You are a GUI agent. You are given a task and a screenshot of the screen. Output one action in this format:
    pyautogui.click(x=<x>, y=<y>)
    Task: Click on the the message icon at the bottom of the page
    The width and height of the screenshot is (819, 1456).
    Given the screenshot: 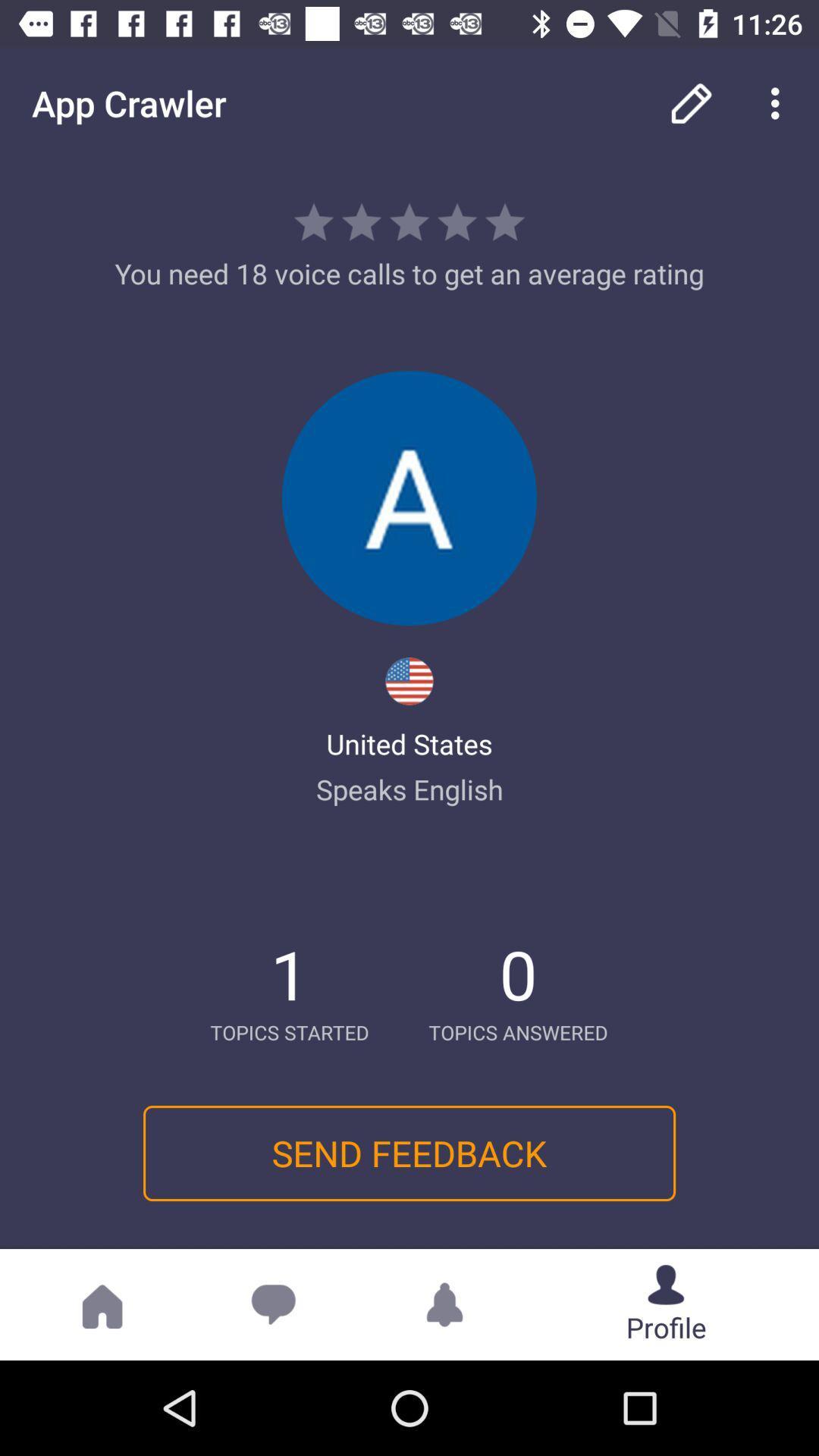 What is the action you would take?
    pyautogui.click(x=274, y=1304)
    